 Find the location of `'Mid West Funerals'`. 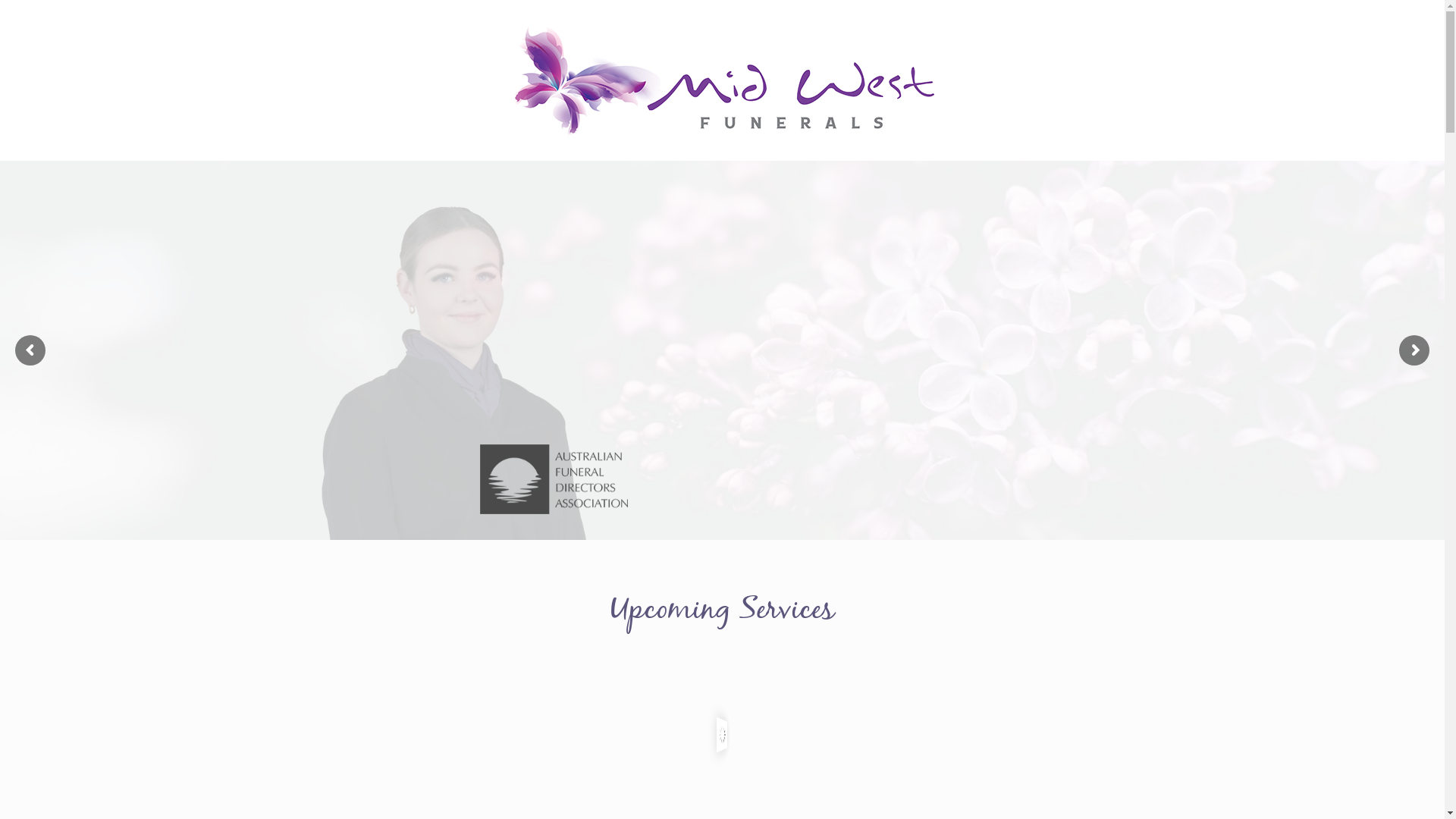

'Mid West Funerals' is located at coordinates (721, 80).